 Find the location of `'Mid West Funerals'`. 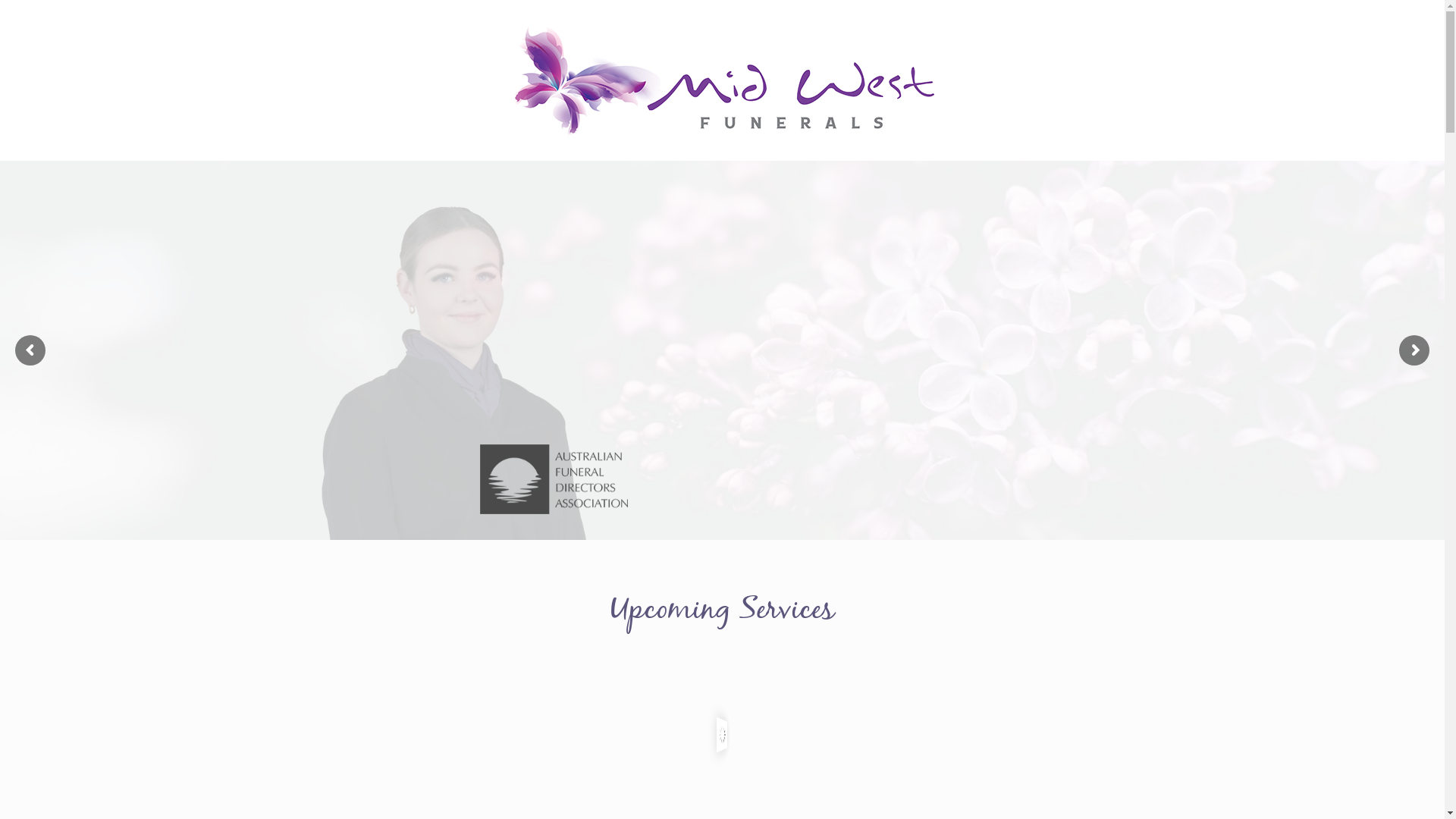

'Mid West Funerals' is located at coordinates (721, 80).